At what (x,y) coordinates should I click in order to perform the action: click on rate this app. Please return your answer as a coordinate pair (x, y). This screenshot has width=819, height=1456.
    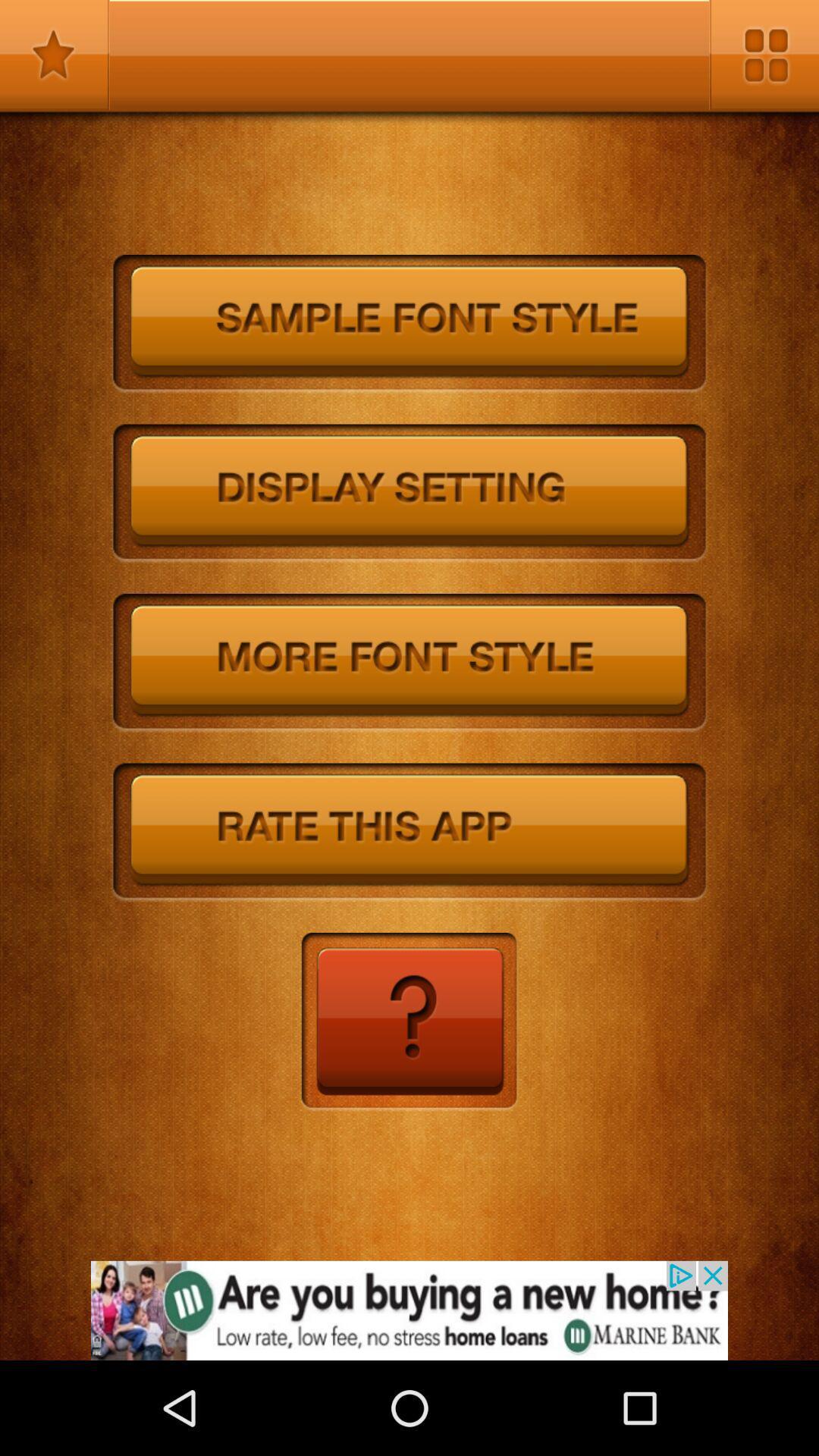
    Looking at the image, I should click on (409, 832).